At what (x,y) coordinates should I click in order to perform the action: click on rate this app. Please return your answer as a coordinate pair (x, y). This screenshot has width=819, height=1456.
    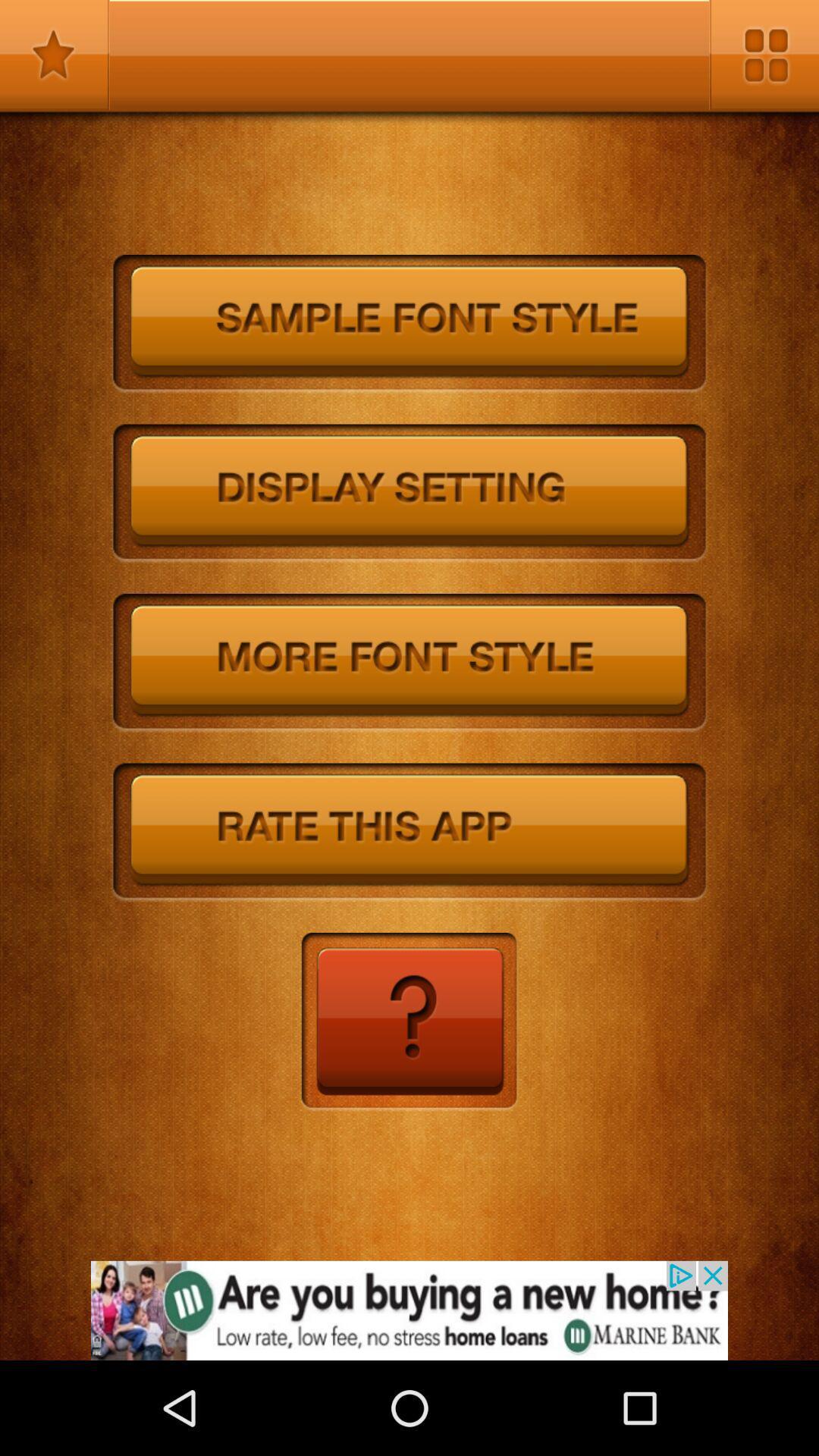
    Looking at the image, I should click on (409, 832).